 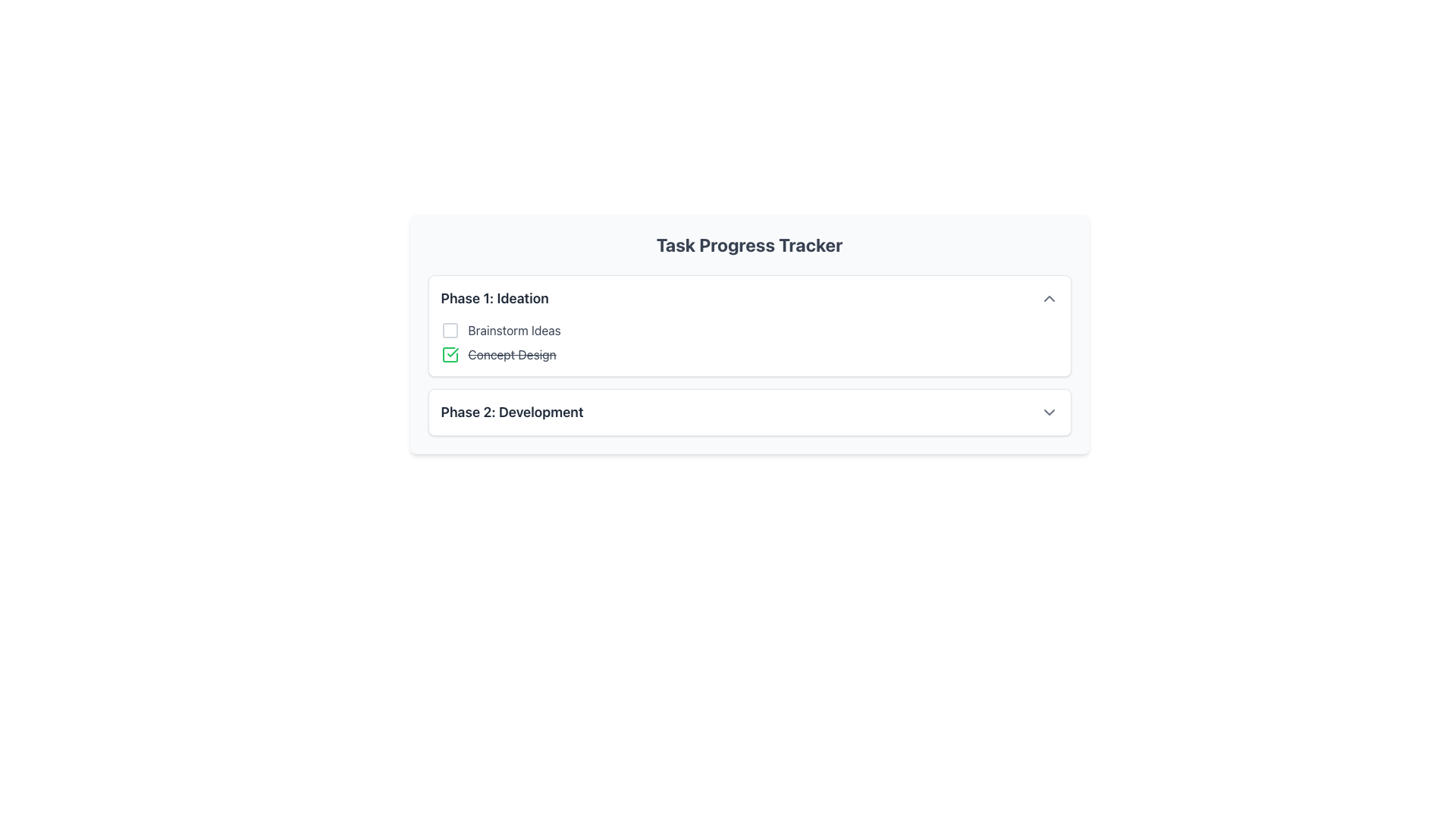 What do you see at coordinates (449, 329) in the screenshot?
I see `the hollow square Checkbox icon located to the left of the text label 'Brainstorm Ideas' in the 'Phase 1: Ideation' section` at bounding box center [449, 329].